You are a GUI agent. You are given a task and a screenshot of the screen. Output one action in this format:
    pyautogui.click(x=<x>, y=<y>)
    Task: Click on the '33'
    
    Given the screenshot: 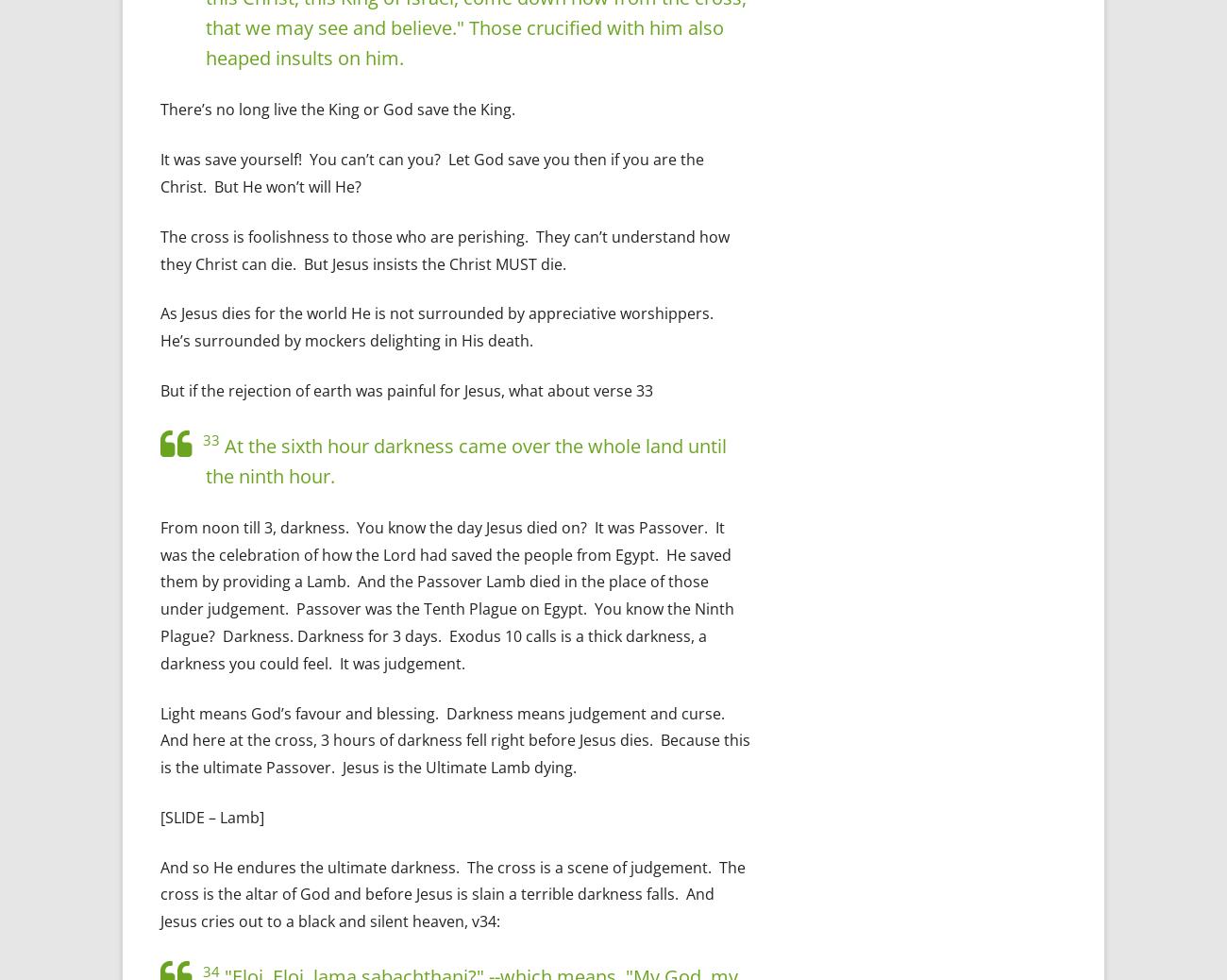 What is the action you would take?
    pyautogui.click(x=210, y=439)
    